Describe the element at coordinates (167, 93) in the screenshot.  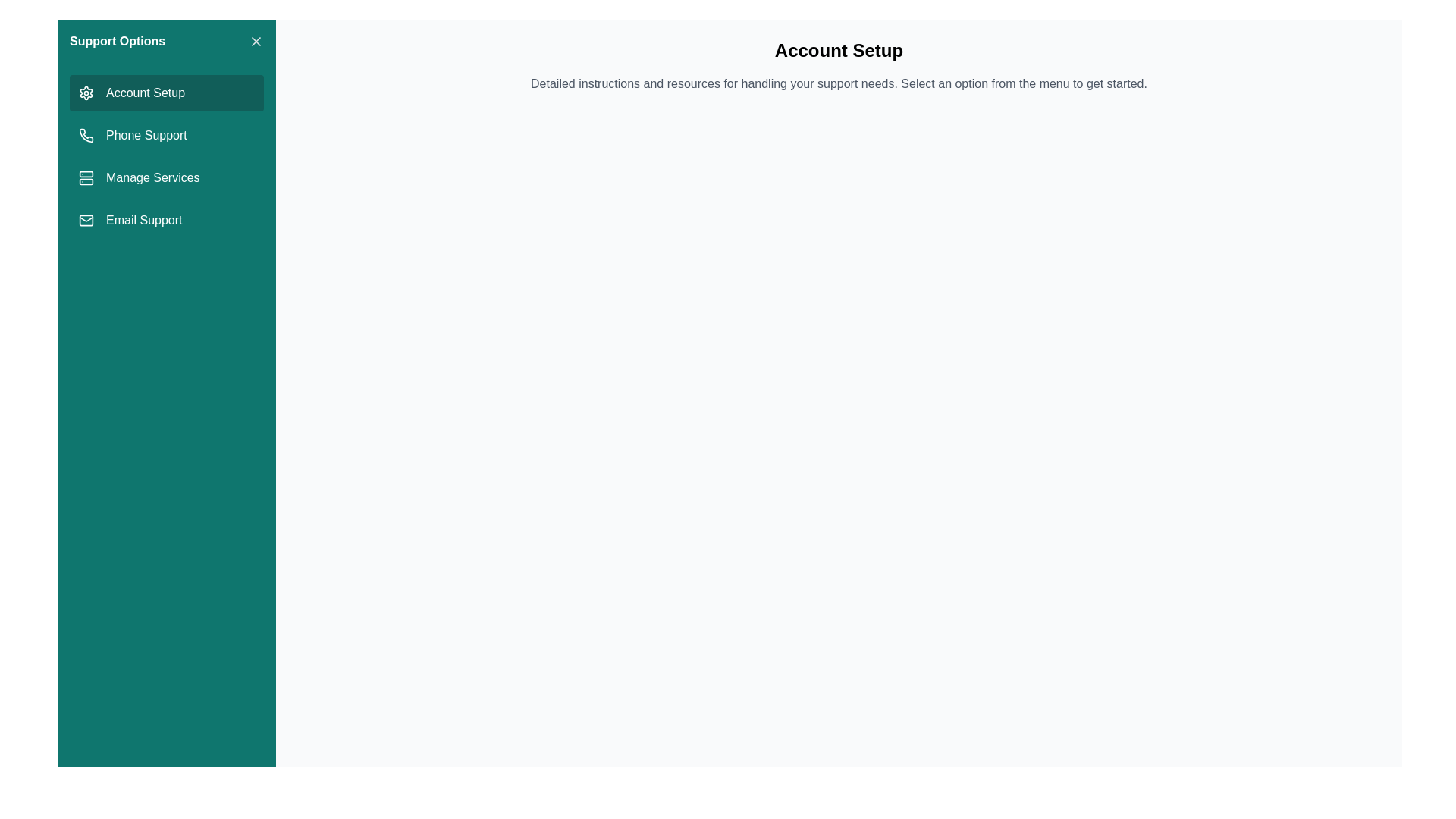
I see `the 'Account Setup' button located in the left sidebar under 'Support Options'` at that location.